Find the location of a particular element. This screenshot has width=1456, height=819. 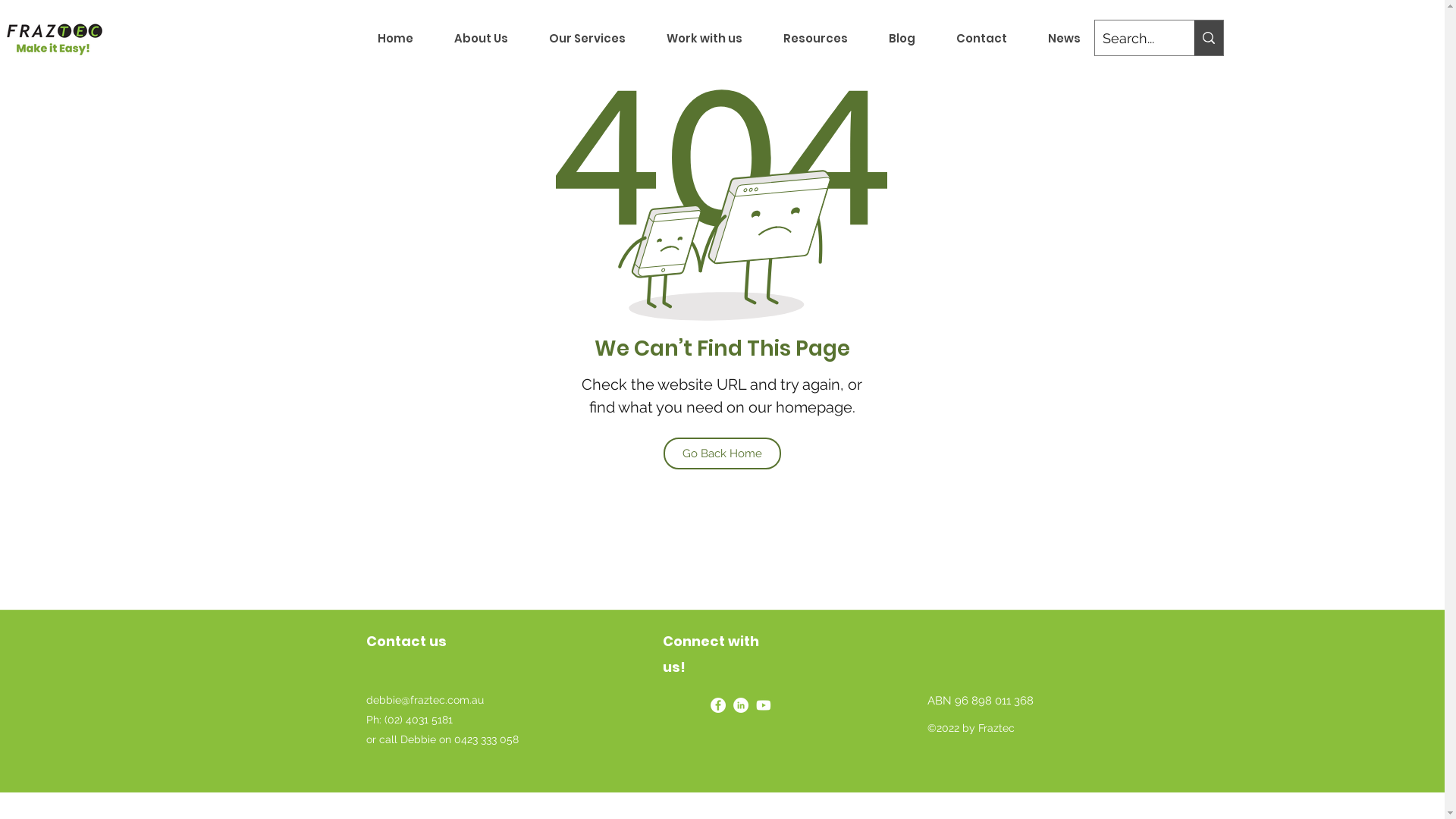

'Our Services' is located at coordinates (585, 37).